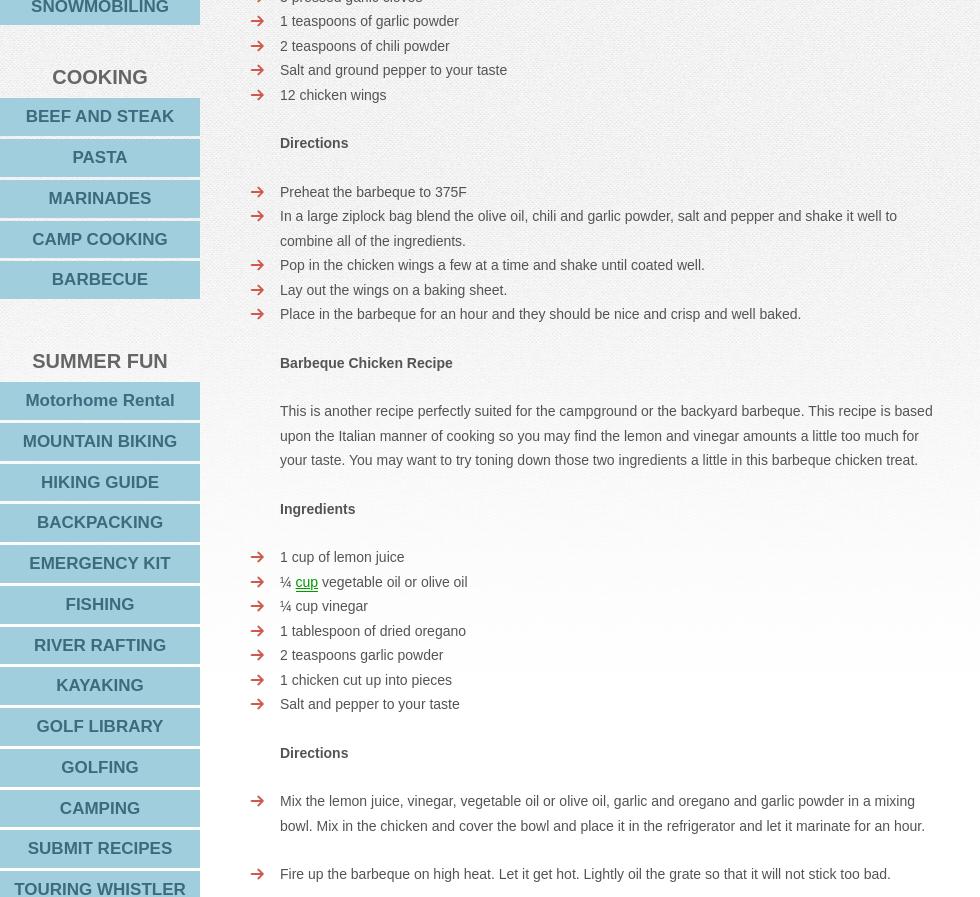 The height and width of the screenshot is (897, 980). Describe the element at coordinates (588, 227) in the screenshot. I see `'In a large ziplock bag blend the olive oil, chili and garlic powder, salt and pepper and shake it well to combine all of the ingredients.'` at that location.